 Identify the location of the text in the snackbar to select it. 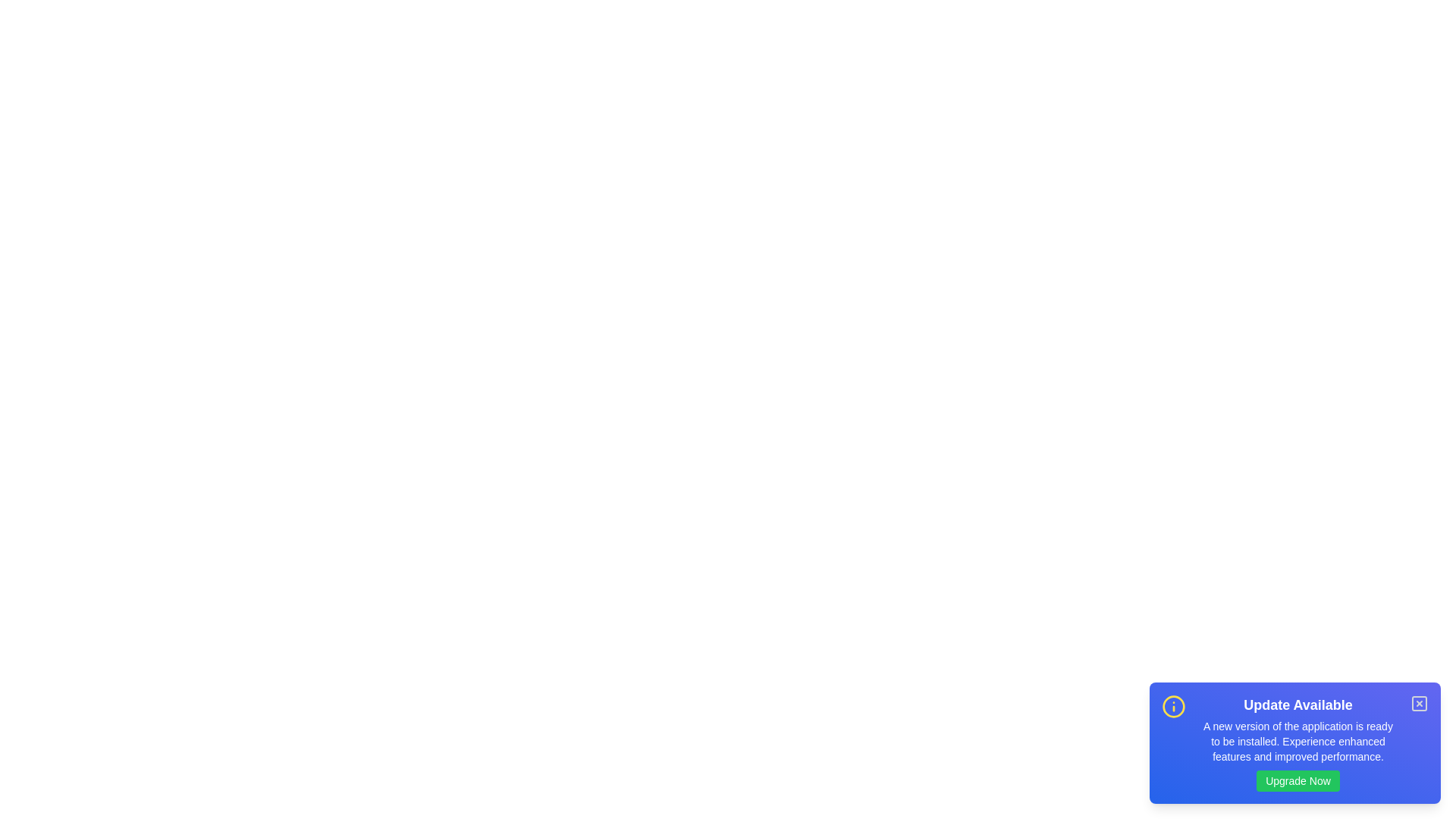
(1298, 742).